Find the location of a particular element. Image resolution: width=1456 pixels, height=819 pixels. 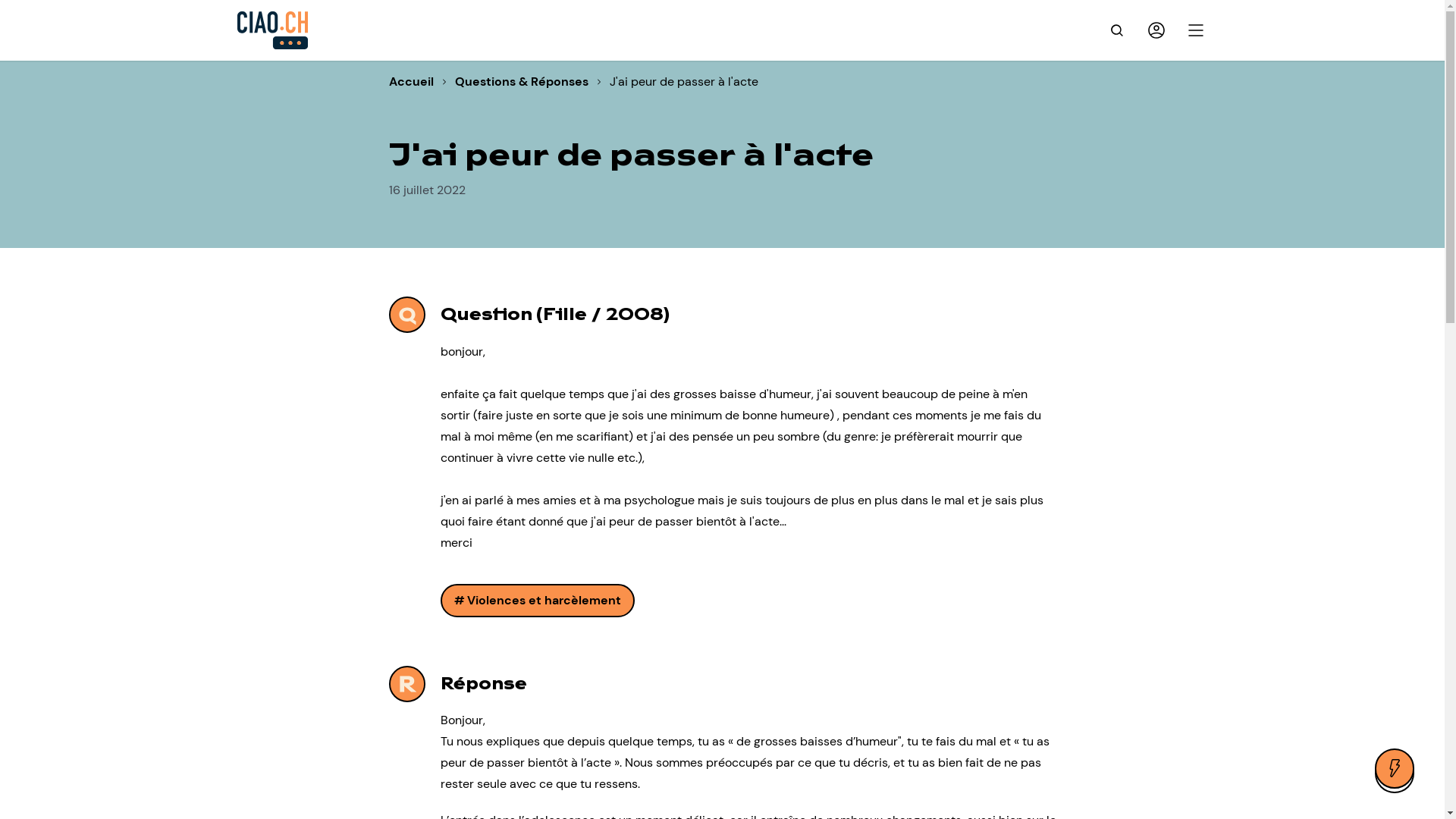

'Accueil' is located at coordinates (410, 81).